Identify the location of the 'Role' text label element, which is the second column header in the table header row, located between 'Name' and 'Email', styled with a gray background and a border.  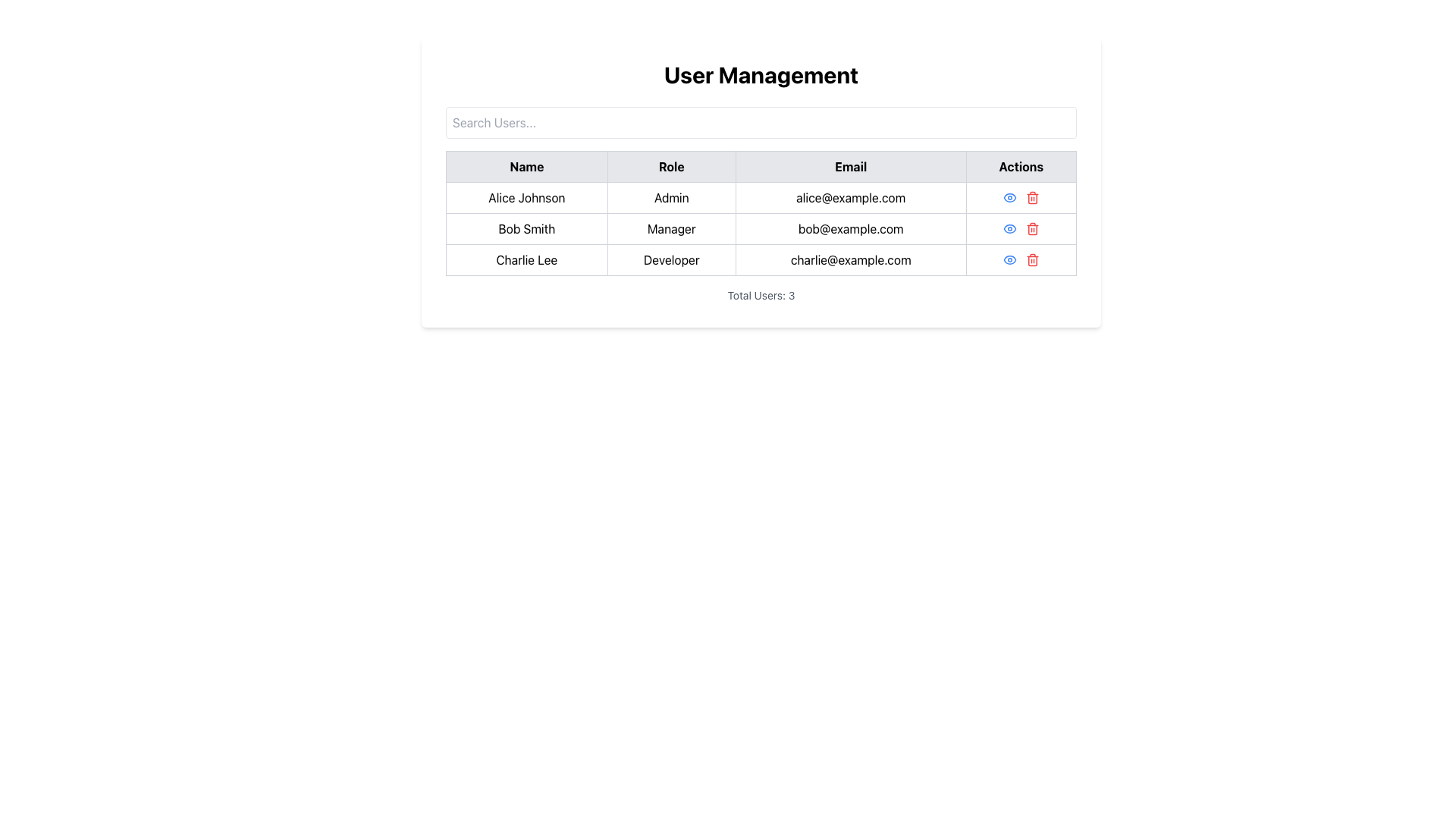
(670, 166).